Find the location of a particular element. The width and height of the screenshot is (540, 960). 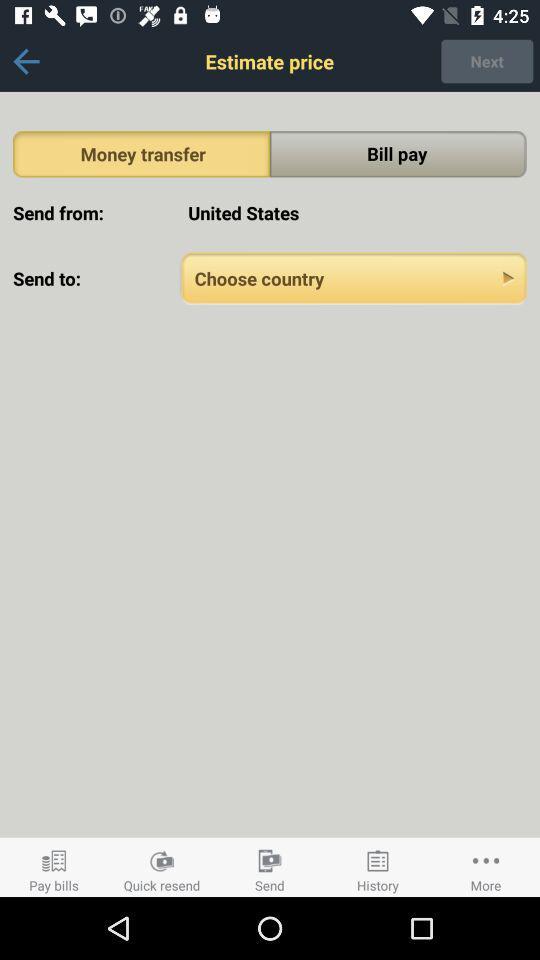

the item next to the money transfer is located at coordinates (398, 153).